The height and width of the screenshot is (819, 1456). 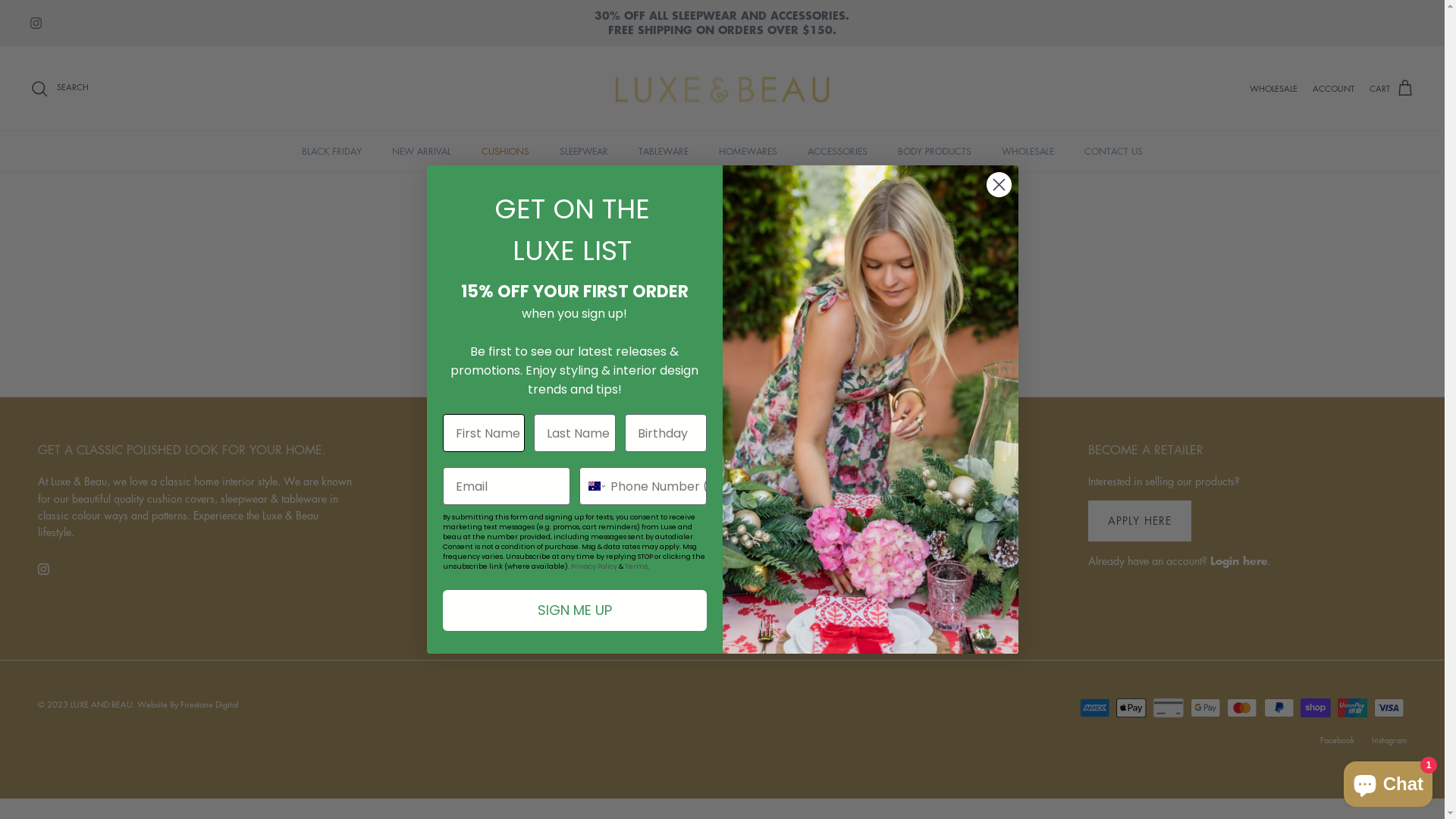 I want to click on 'TABLEWARE', so click(x=663, y=152).